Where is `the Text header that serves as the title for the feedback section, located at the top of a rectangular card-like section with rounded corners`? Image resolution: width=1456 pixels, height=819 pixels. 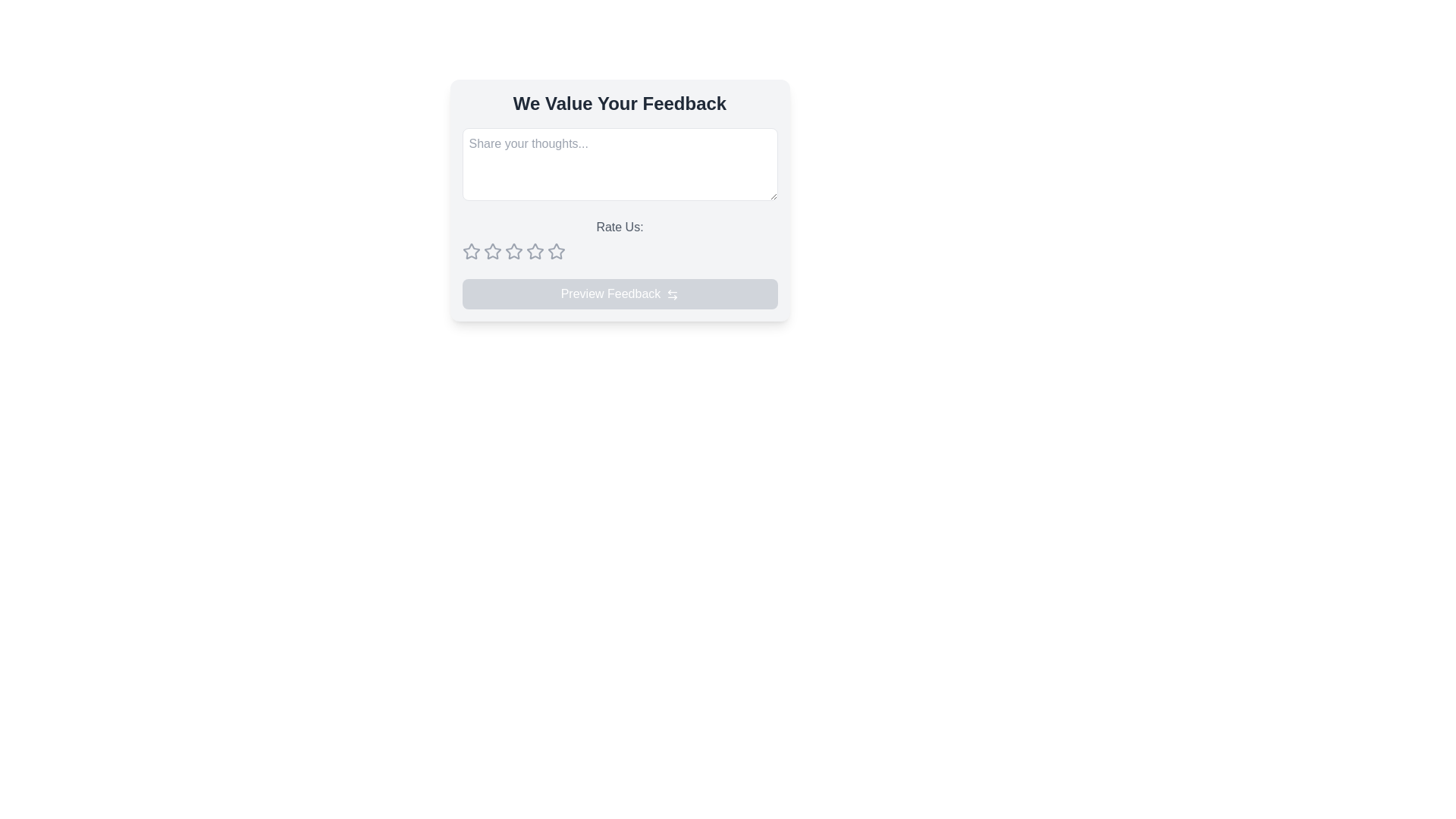 the Text header that serves as the title for the feedback section, located at the top of a rectangular card-like section with rounded corners is located at coordinates (620, 103).